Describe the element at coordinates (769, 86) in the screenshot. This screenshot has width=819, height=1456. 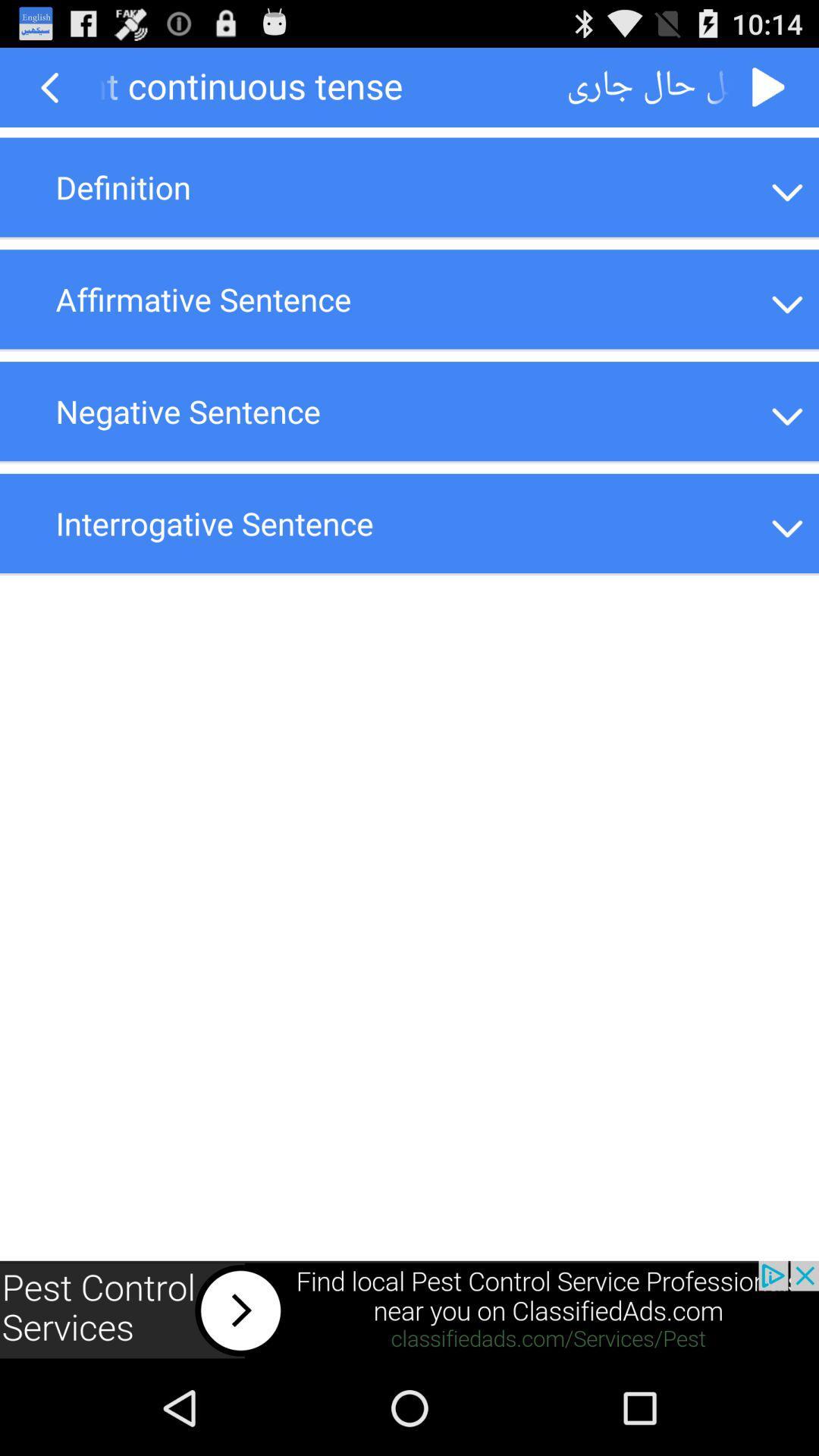
I see `play` at that location.